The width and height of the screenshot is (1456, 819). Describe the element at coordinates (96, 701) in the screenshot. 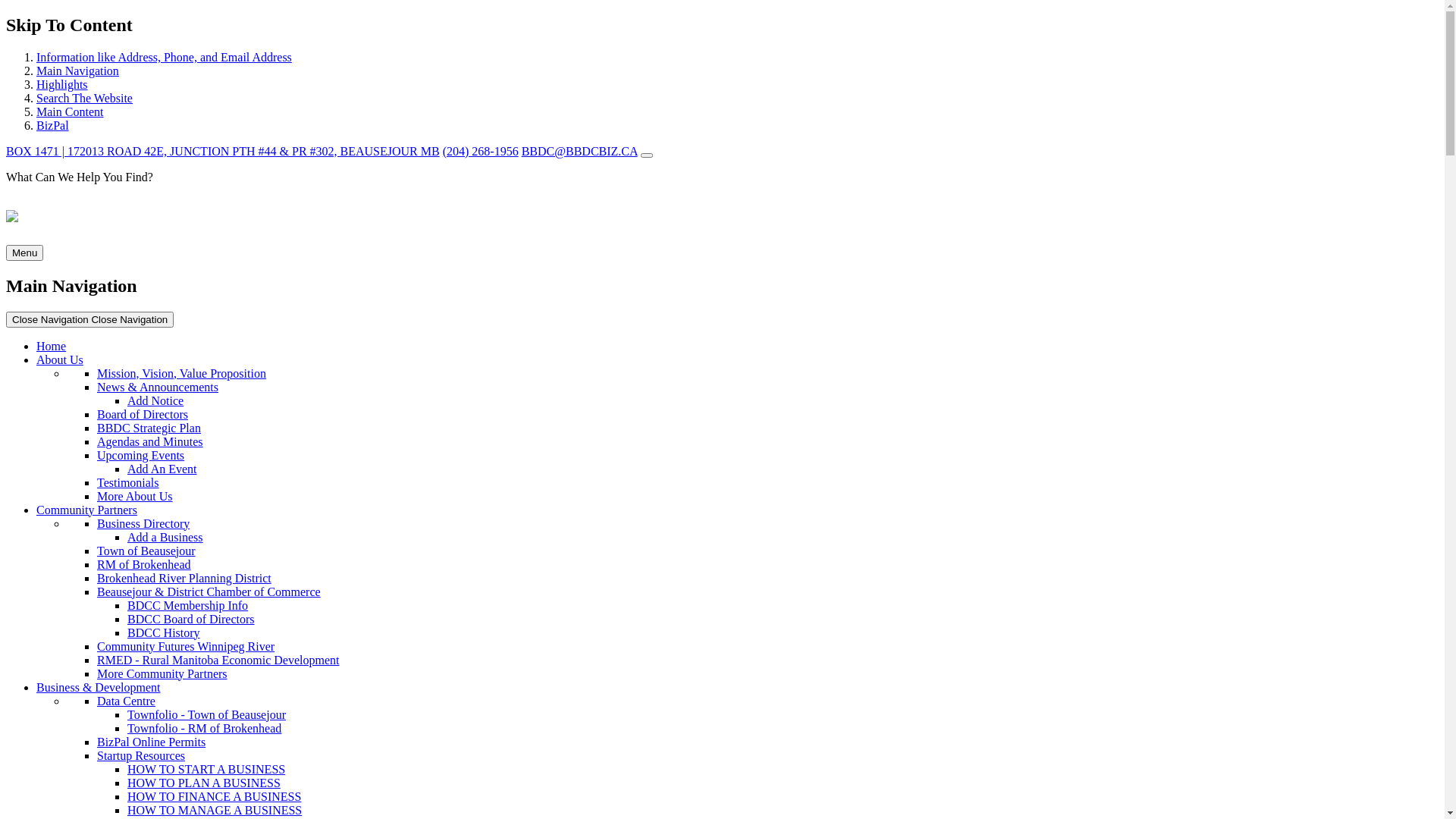

I see `'Data Centre'` at that location.